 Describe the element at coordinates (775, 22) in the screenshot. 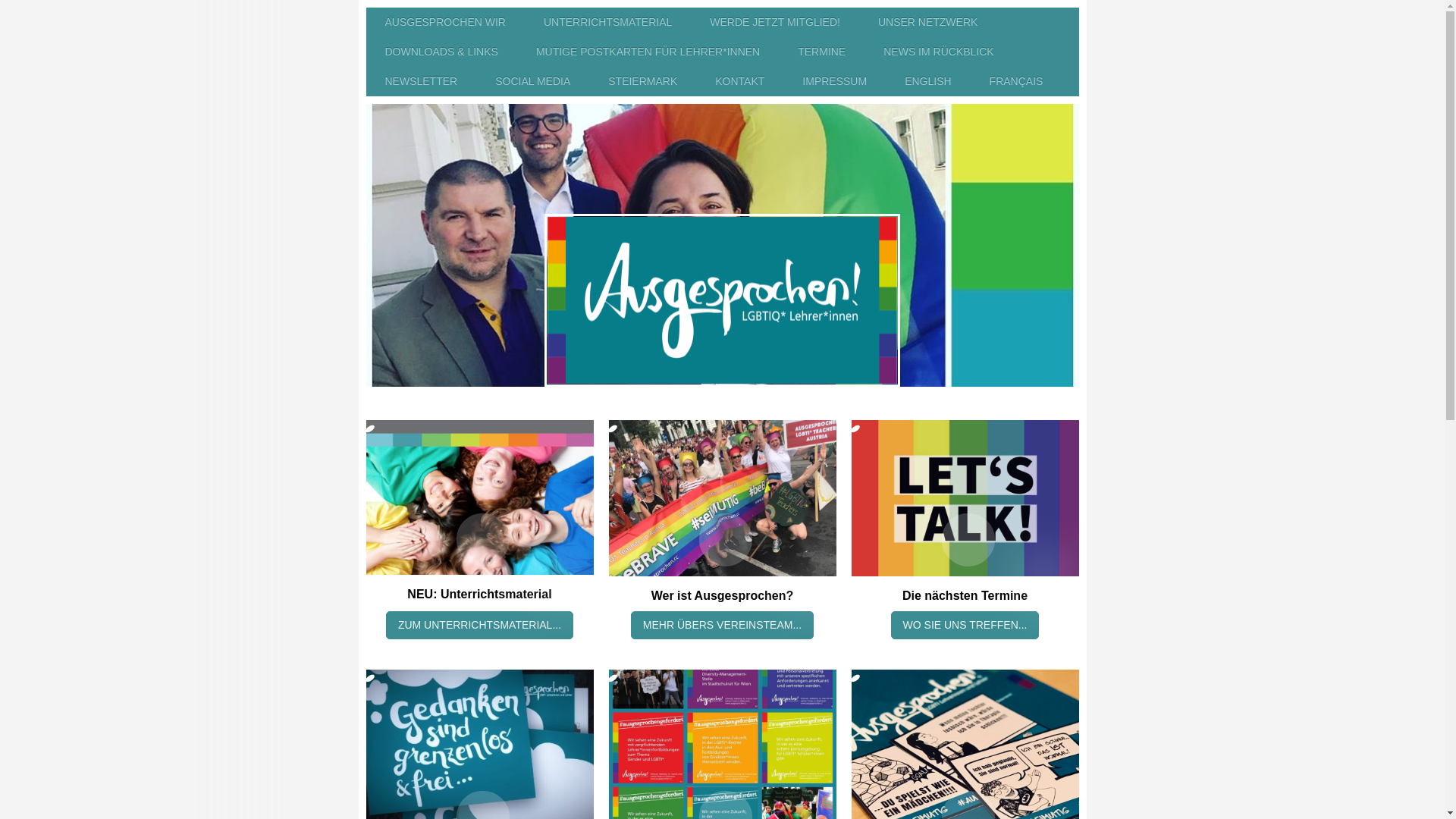

I see `'WERDE JETZT MITGLIED!'` at that location.